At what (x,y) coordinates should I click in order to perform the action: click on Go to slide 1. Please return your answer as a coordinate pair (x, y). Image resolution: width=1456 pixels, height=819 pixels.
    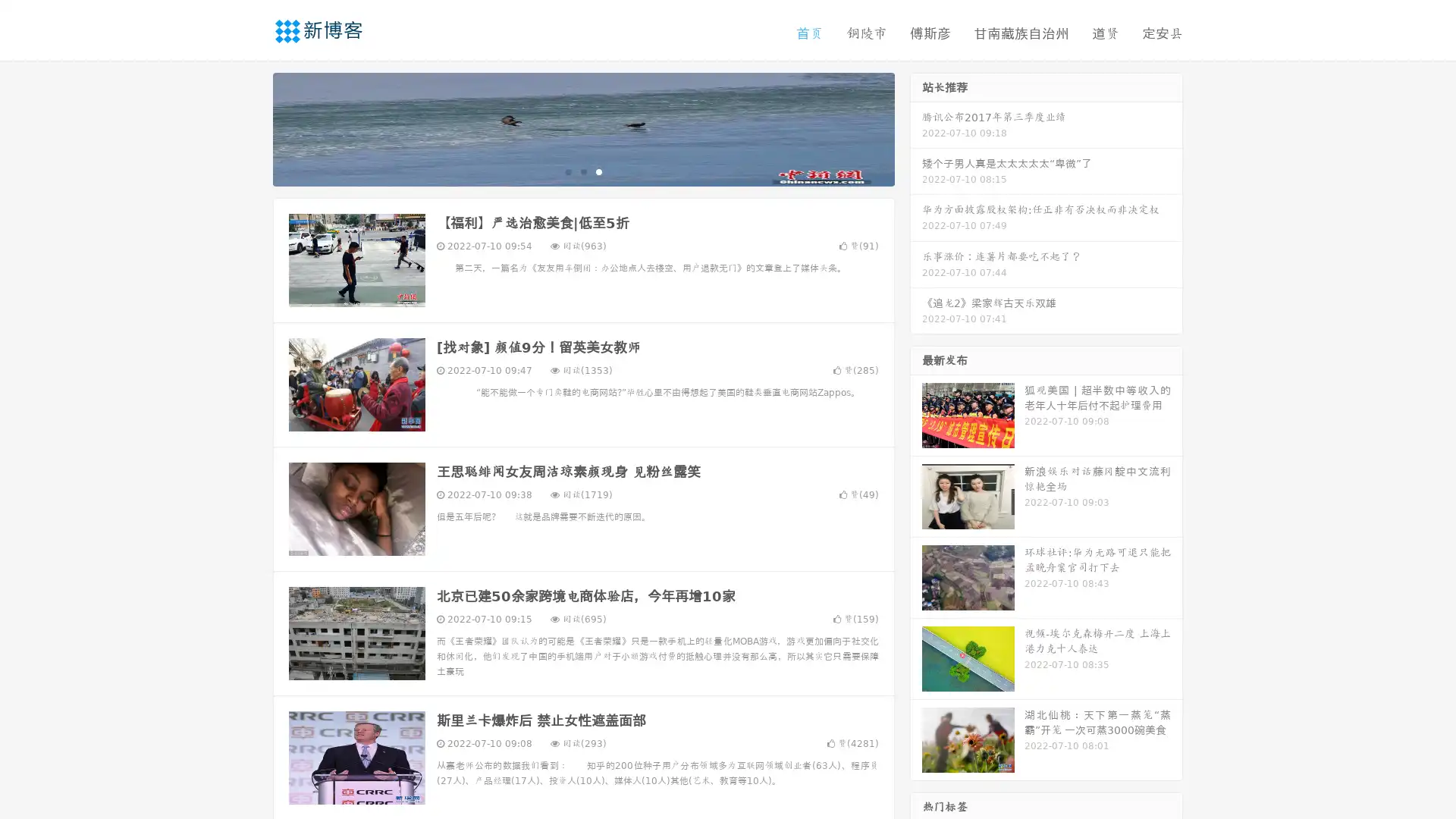
    Looking at the image, I should click on (567, 171).